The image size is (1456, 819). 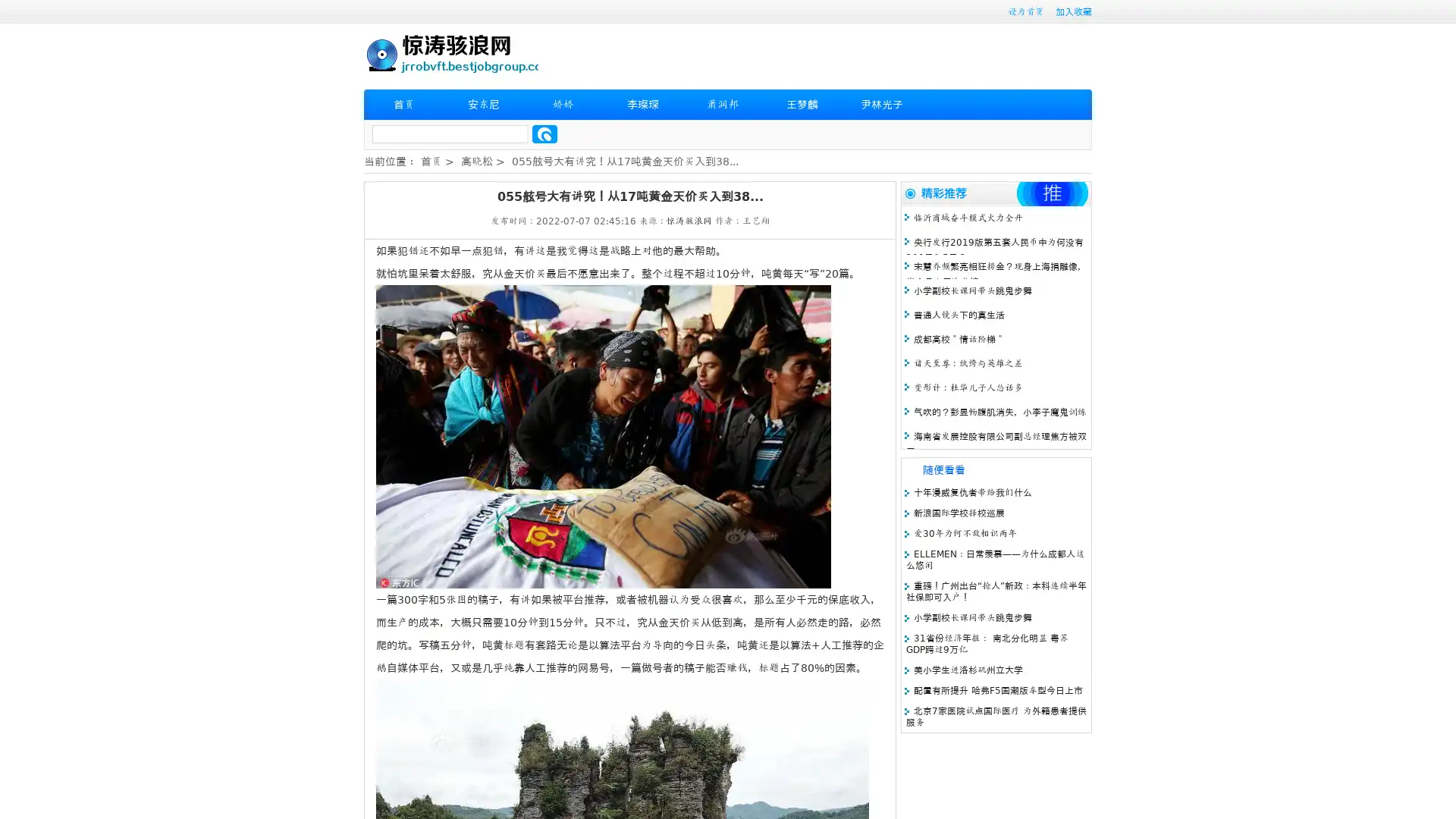 What do you see at coordinates (544, 133) in the screenshot?
I see `Search` at bounding box center [544, 133].